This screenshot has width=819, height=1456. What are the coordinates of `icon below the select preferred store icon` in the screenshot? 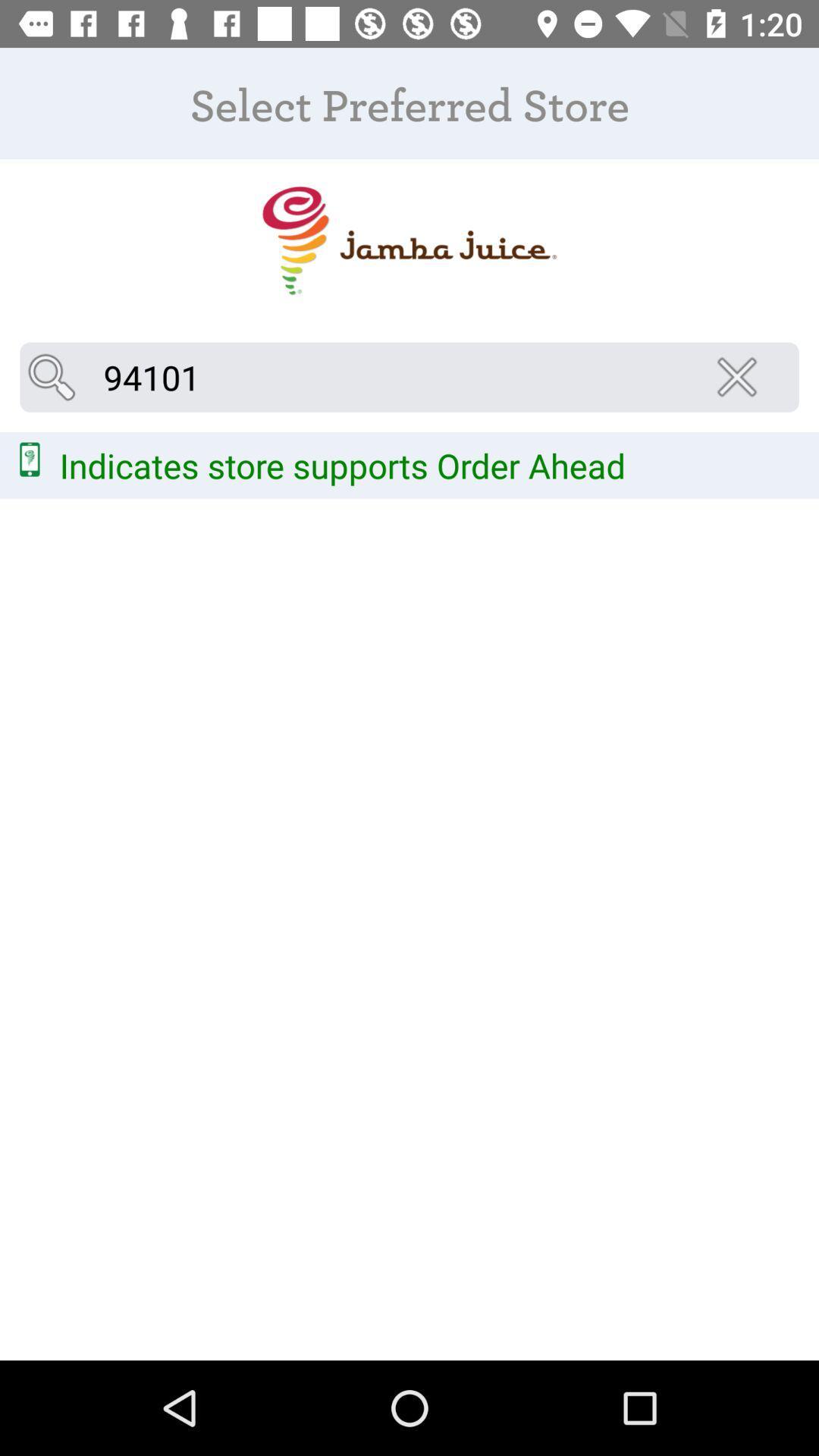 It's located at (741, 377).